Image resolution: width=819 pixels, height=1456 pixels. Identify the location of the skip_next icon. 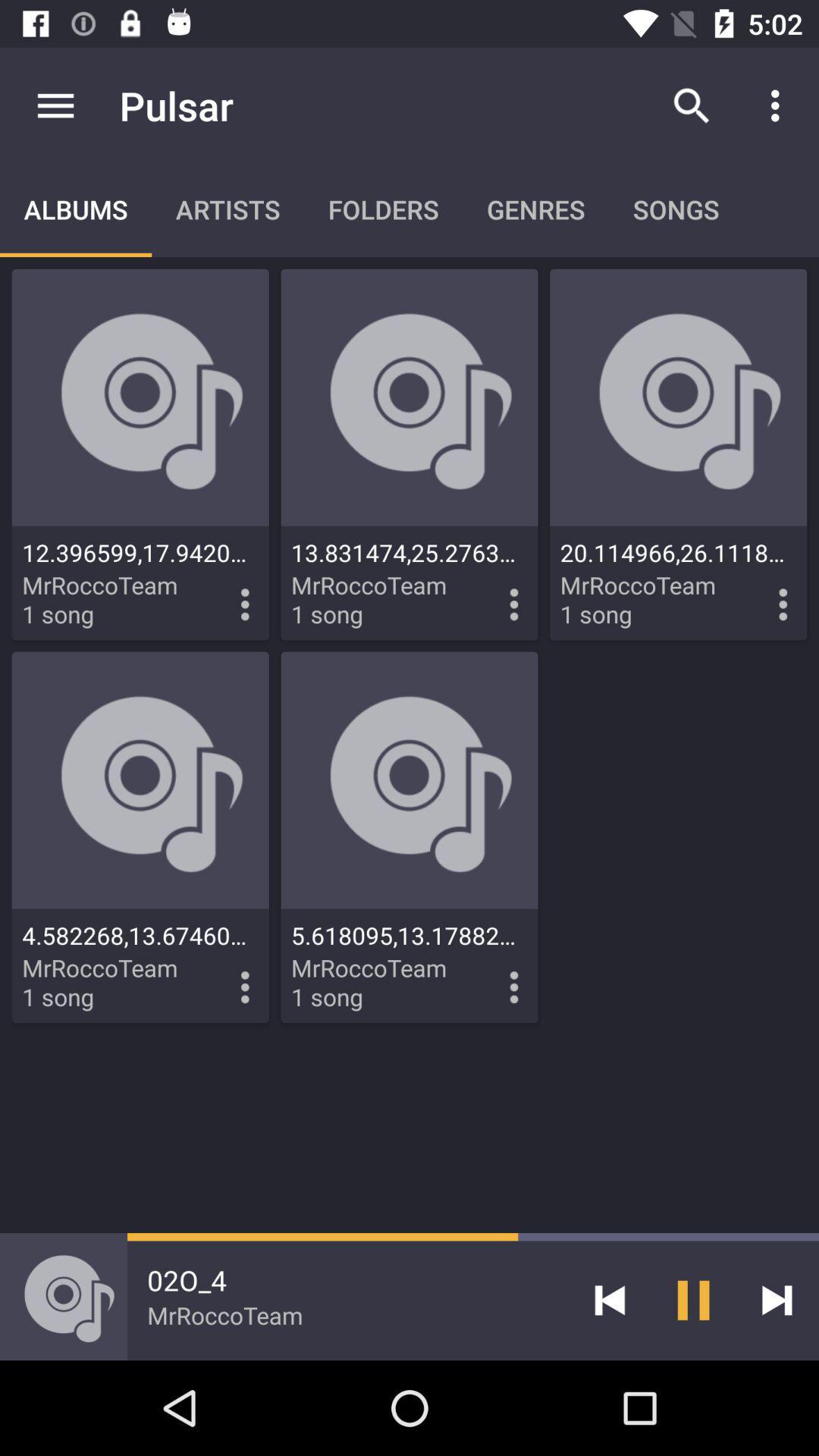
(777, 1299).